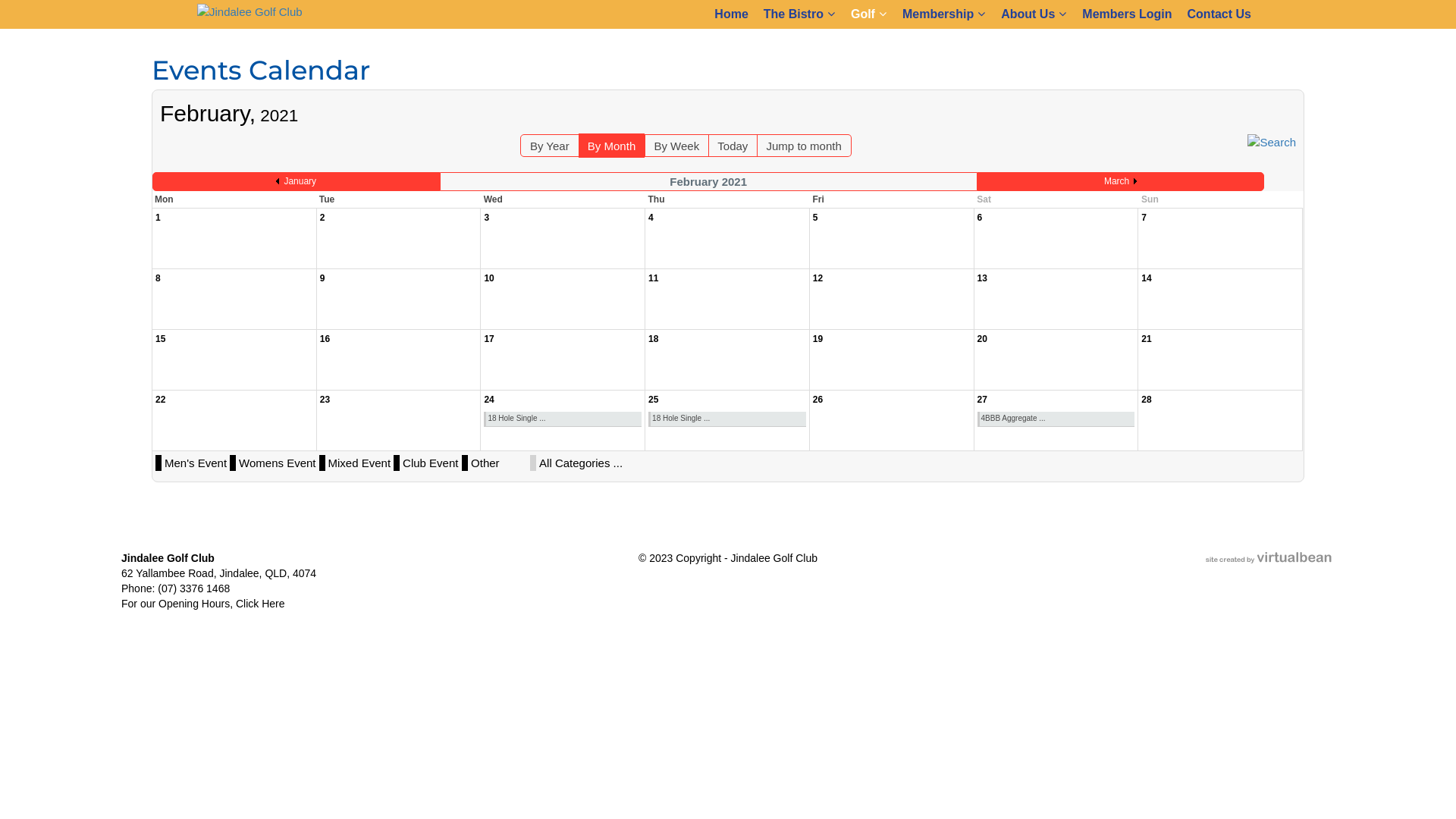 The image size is (1456, 819). Describe the element at coordinates (648, 278) in the screenshot. I see `'11'` at that location.